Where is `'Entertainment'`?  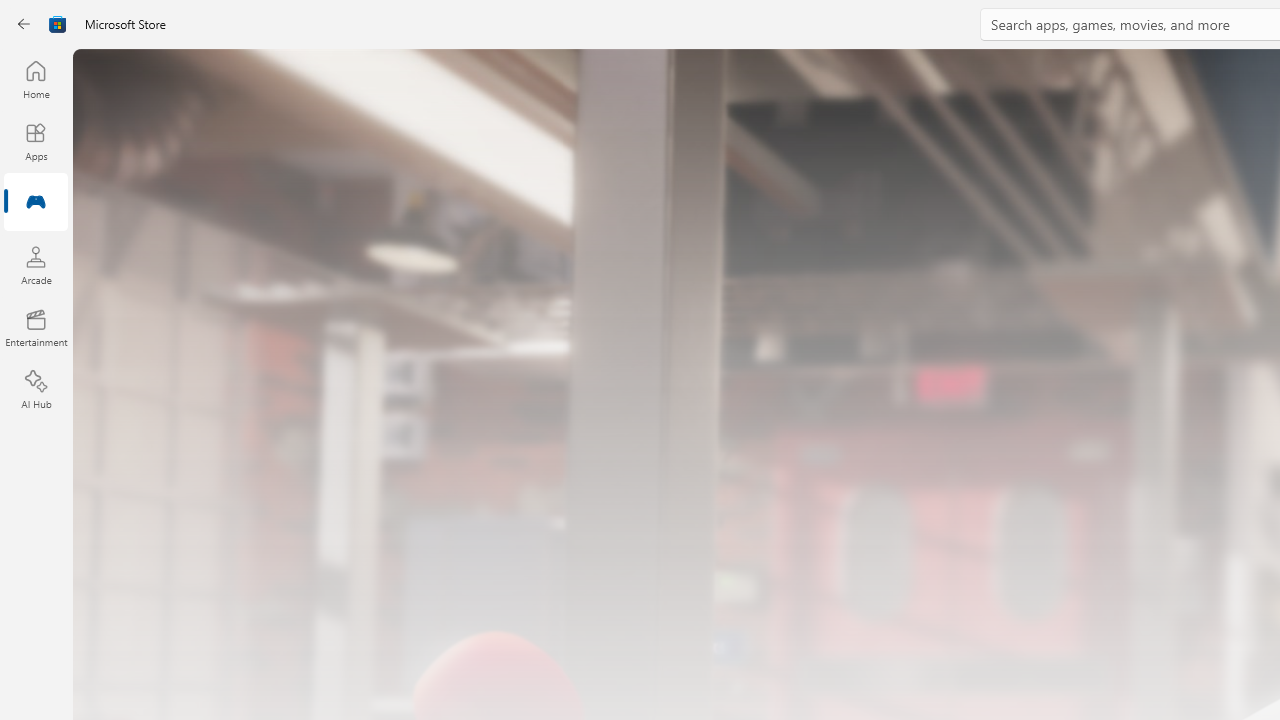 'Entertainment' is located at coordinates (35, 326).